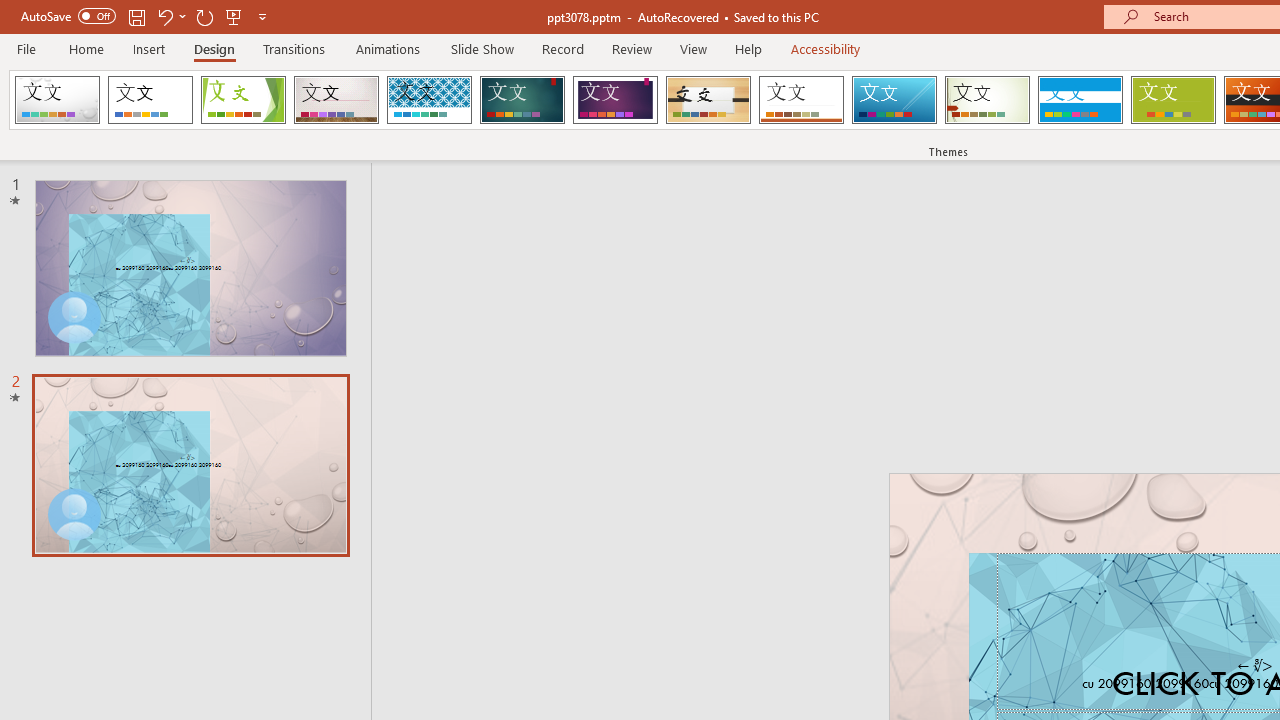 Image resolution: width=1280 pixels, height=720 pixels. What do you see at coordinates (149, 100) in the screenshot?
I see `'Office Theme'` at bounding box center [149, 100].